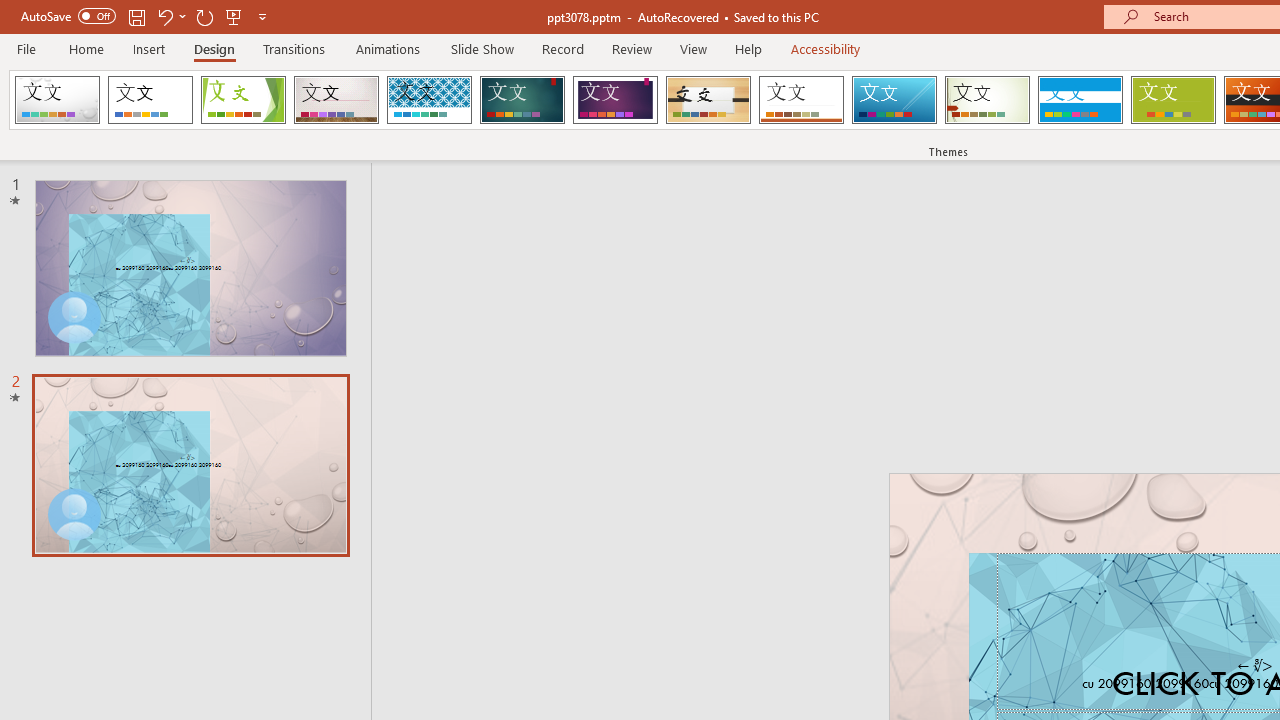 Image resolution: width=1280 pixels, height=720 pixels. What do you see at coordinates (149, 100) in the screenshot?
I see `'Office Theme'` at bounding box center [149, 100].